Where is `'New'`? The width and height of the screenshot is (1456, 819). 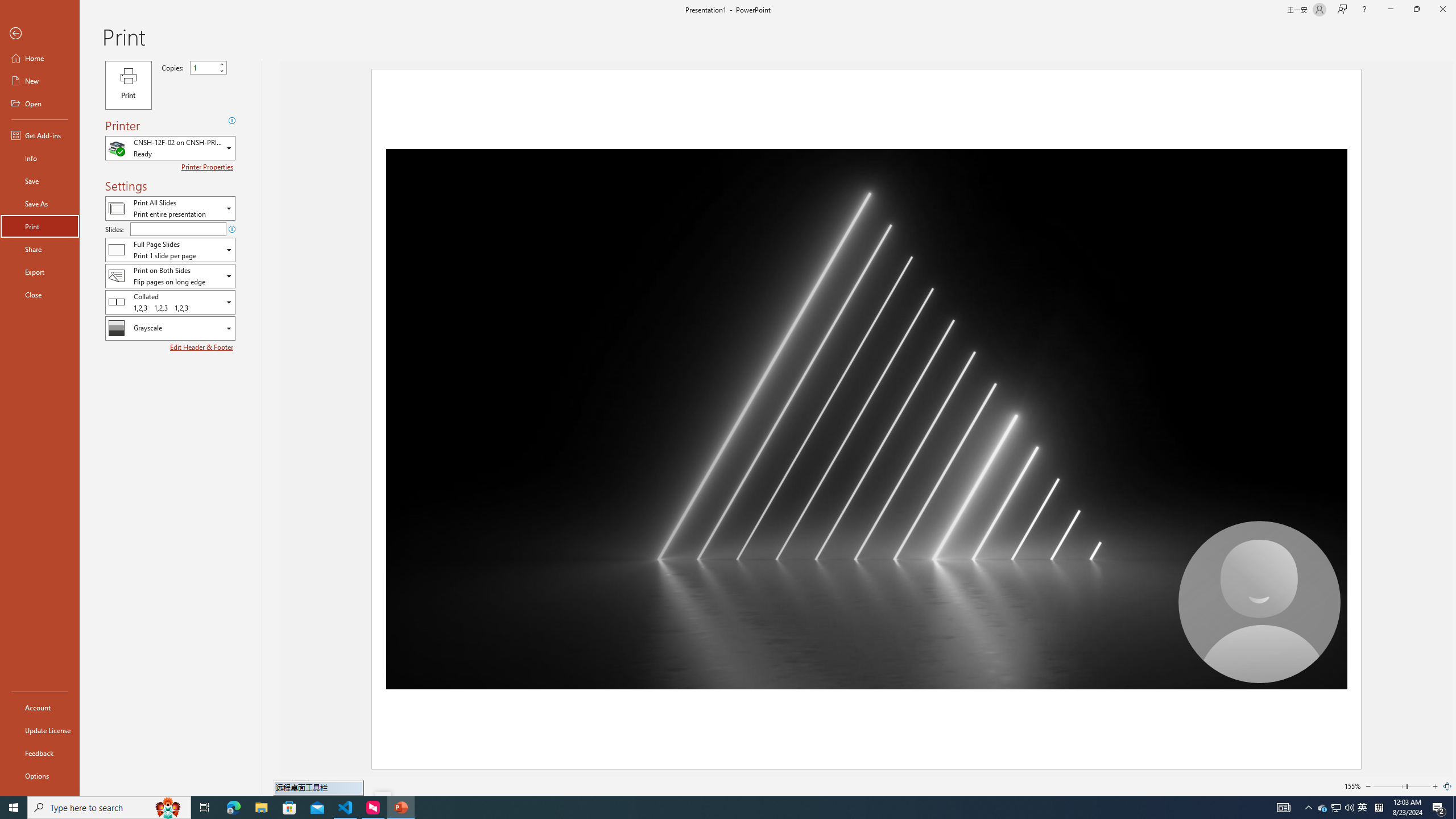
'New' is located at coordinates (39, 80).